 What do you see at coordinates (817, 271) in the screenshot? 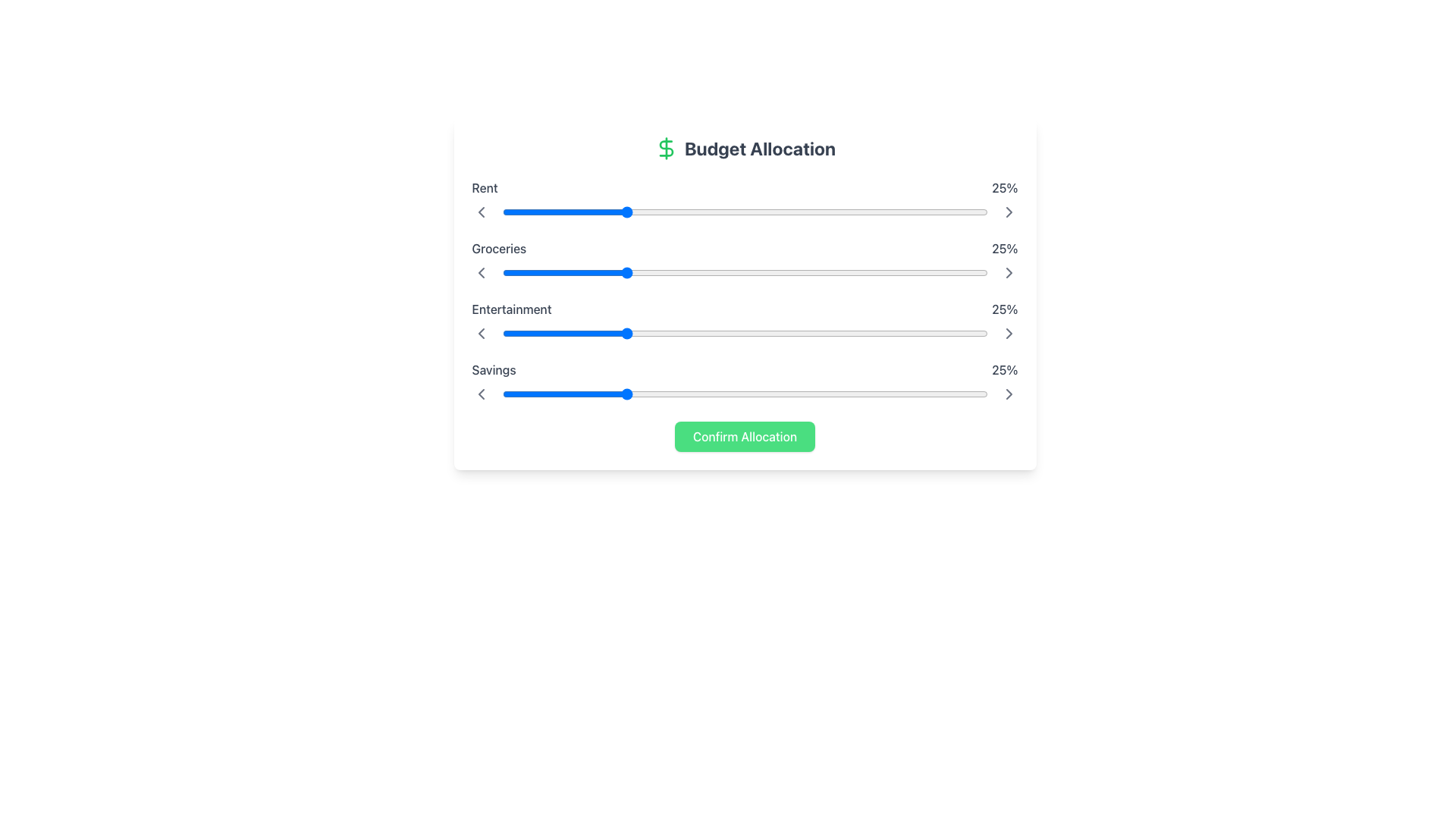
I see `the groceries allocation percentage` at bounding box center [817, 271].